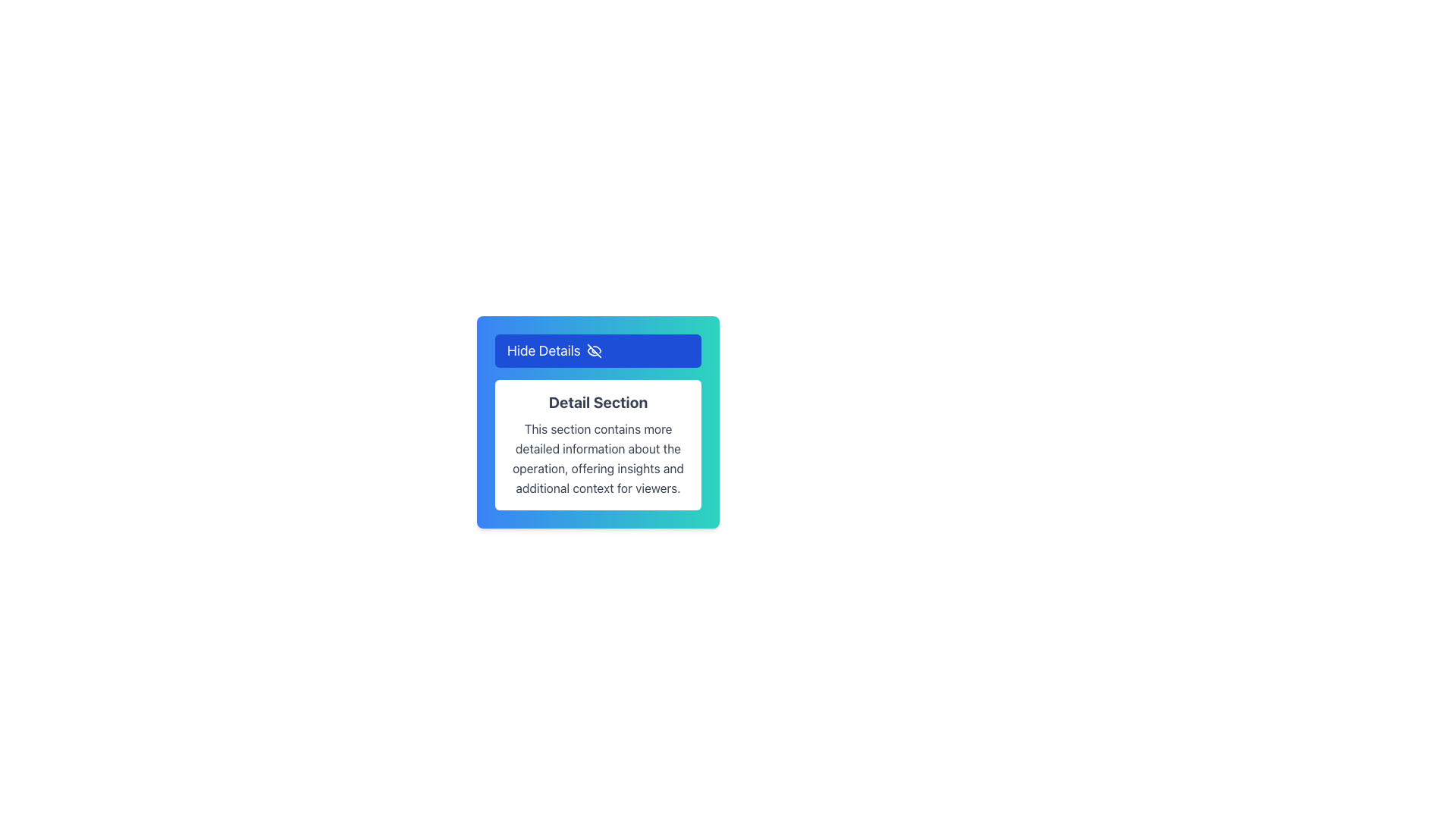 This screenshot has height=819, width=1456. I want to click on bold text label 'Detail Section' located at the top of a card-like section, which is prominently displayed above descriptive text, so click(597, 402).